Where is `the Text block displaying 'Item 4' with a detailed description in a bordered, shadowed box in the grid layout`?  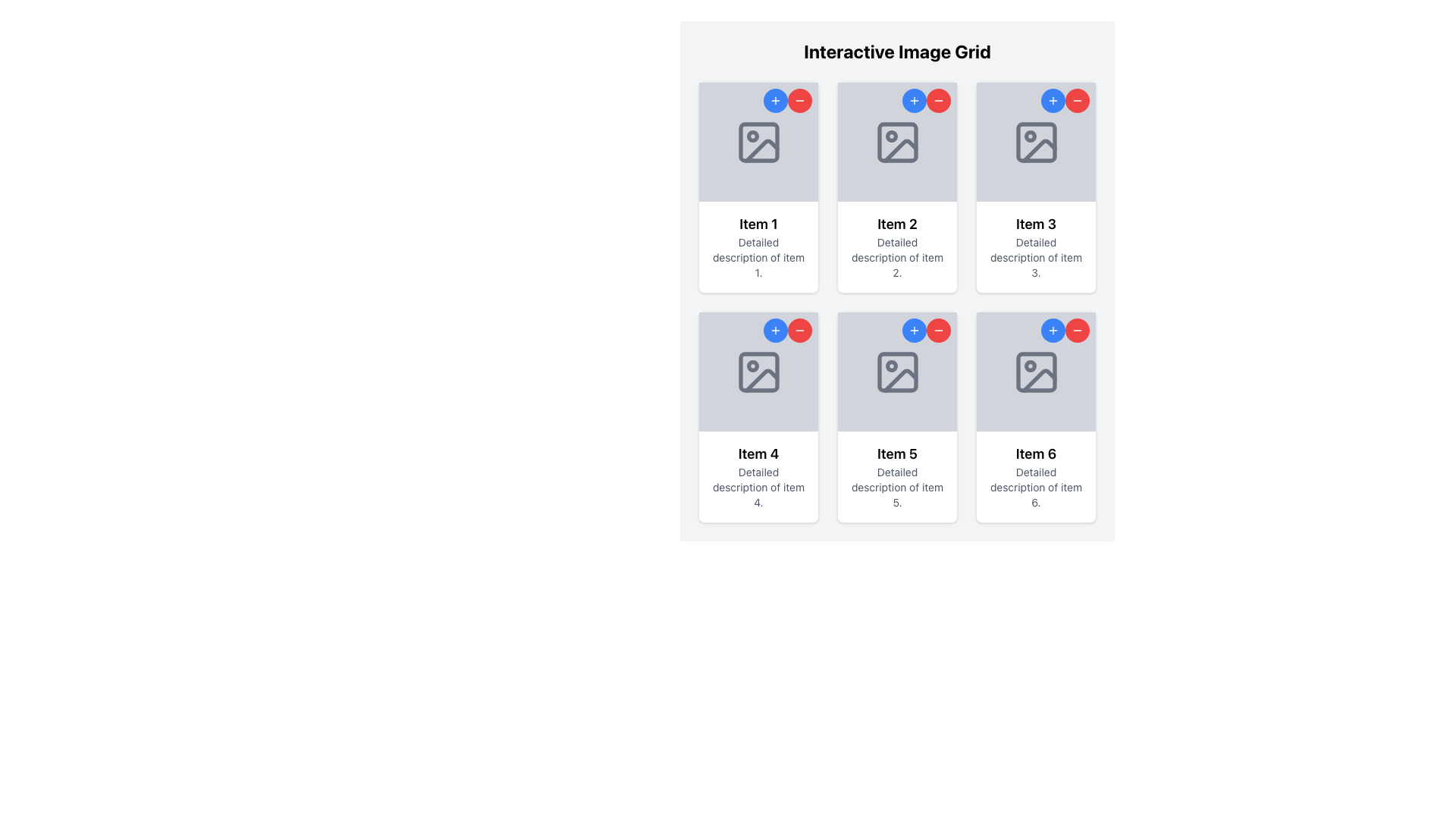
the Text block displaying 'Item 4' with a detailed description in a bordered, shadowed box in the grid layout is located at coordinates (758, 475).